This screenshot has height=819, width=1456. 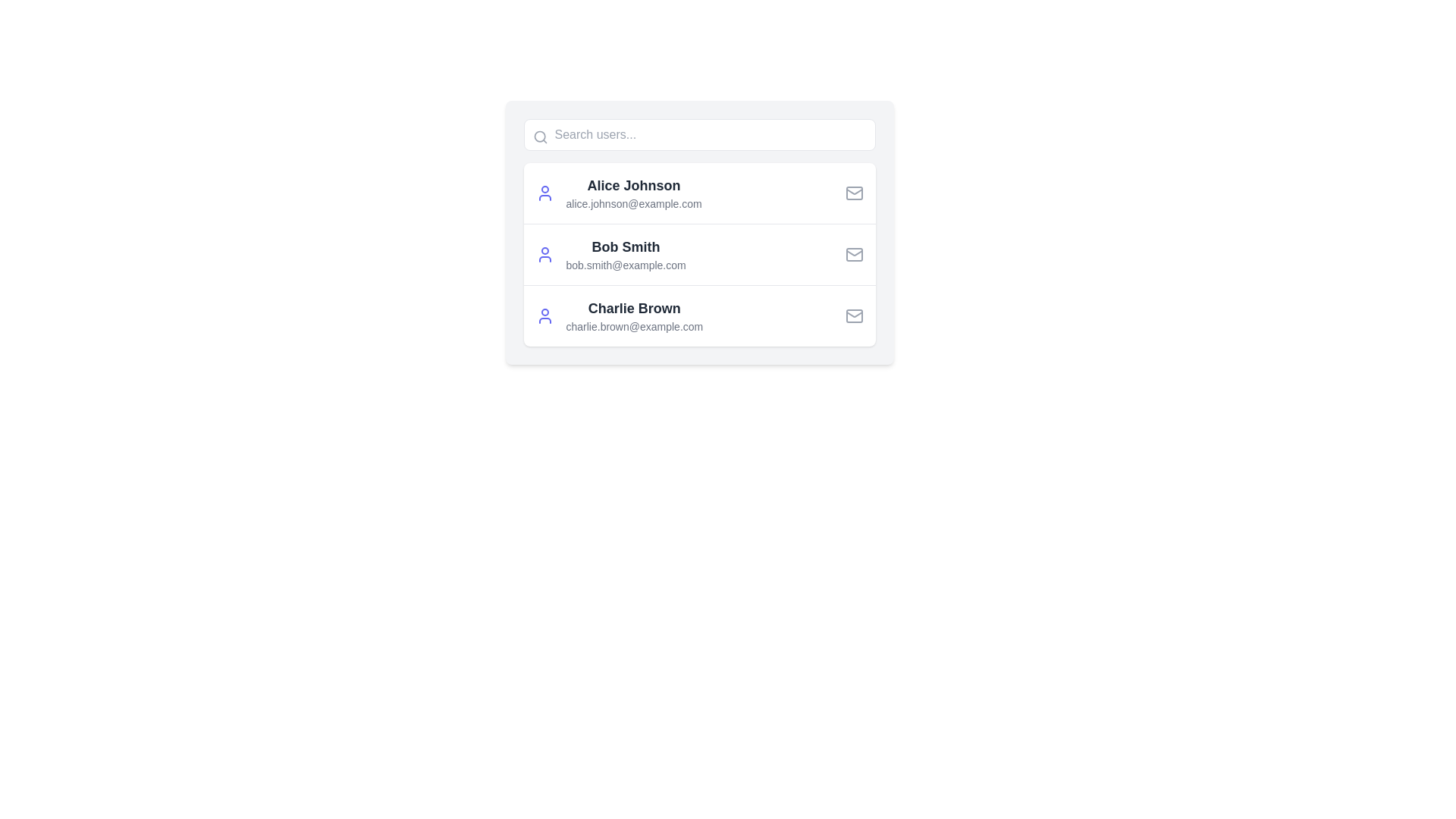 I want to click on the static text label displaying 'Alice Johnson', which is styled in bold with a larger font size and dark gray color, located above the email address 'alice.johnson@example.com' in the user list, so click(x=634, y=185).